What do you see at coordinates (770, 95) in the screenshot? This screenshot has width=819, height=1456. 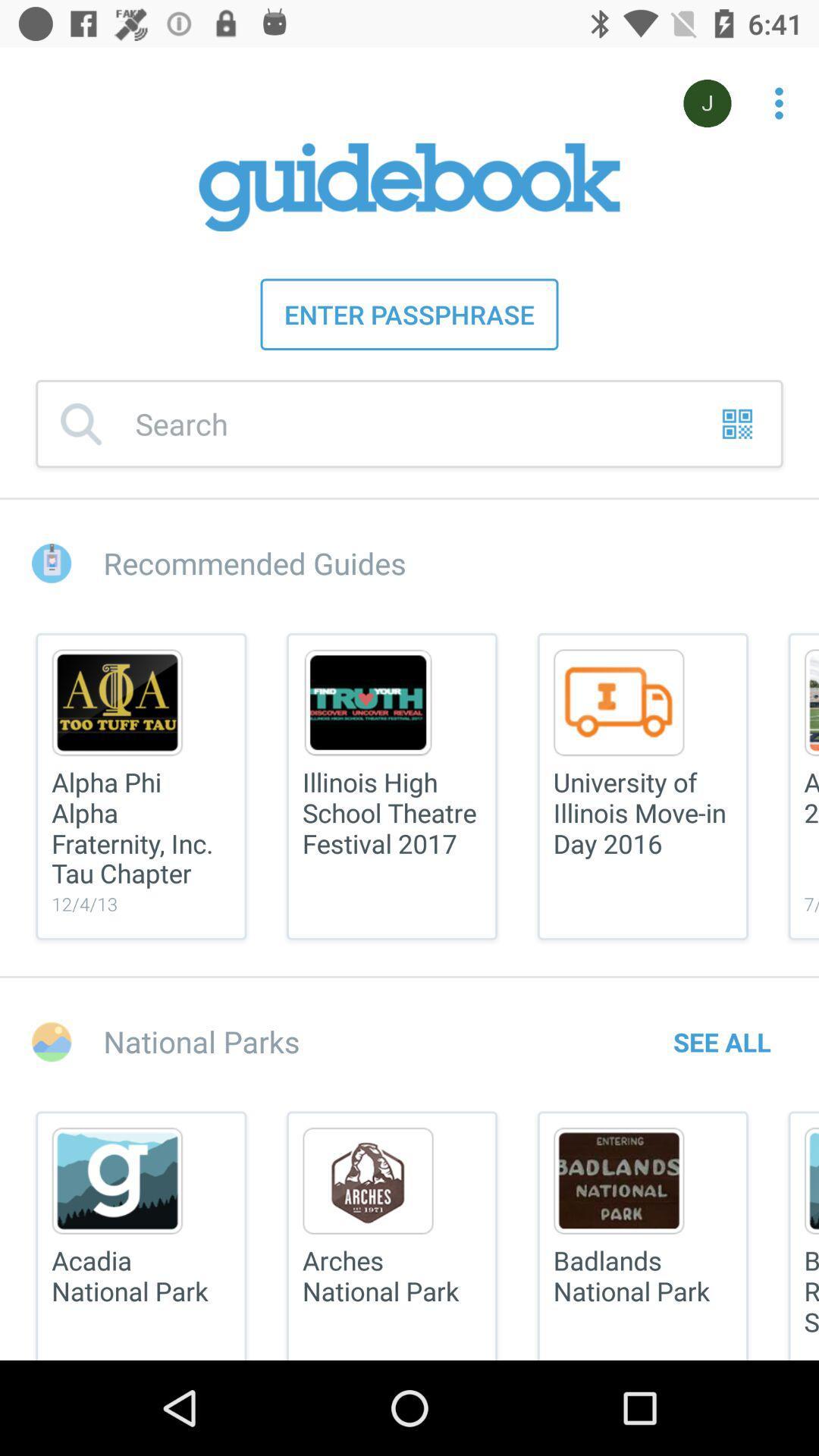 I see `the more icon` at bounding box center [770, 95].